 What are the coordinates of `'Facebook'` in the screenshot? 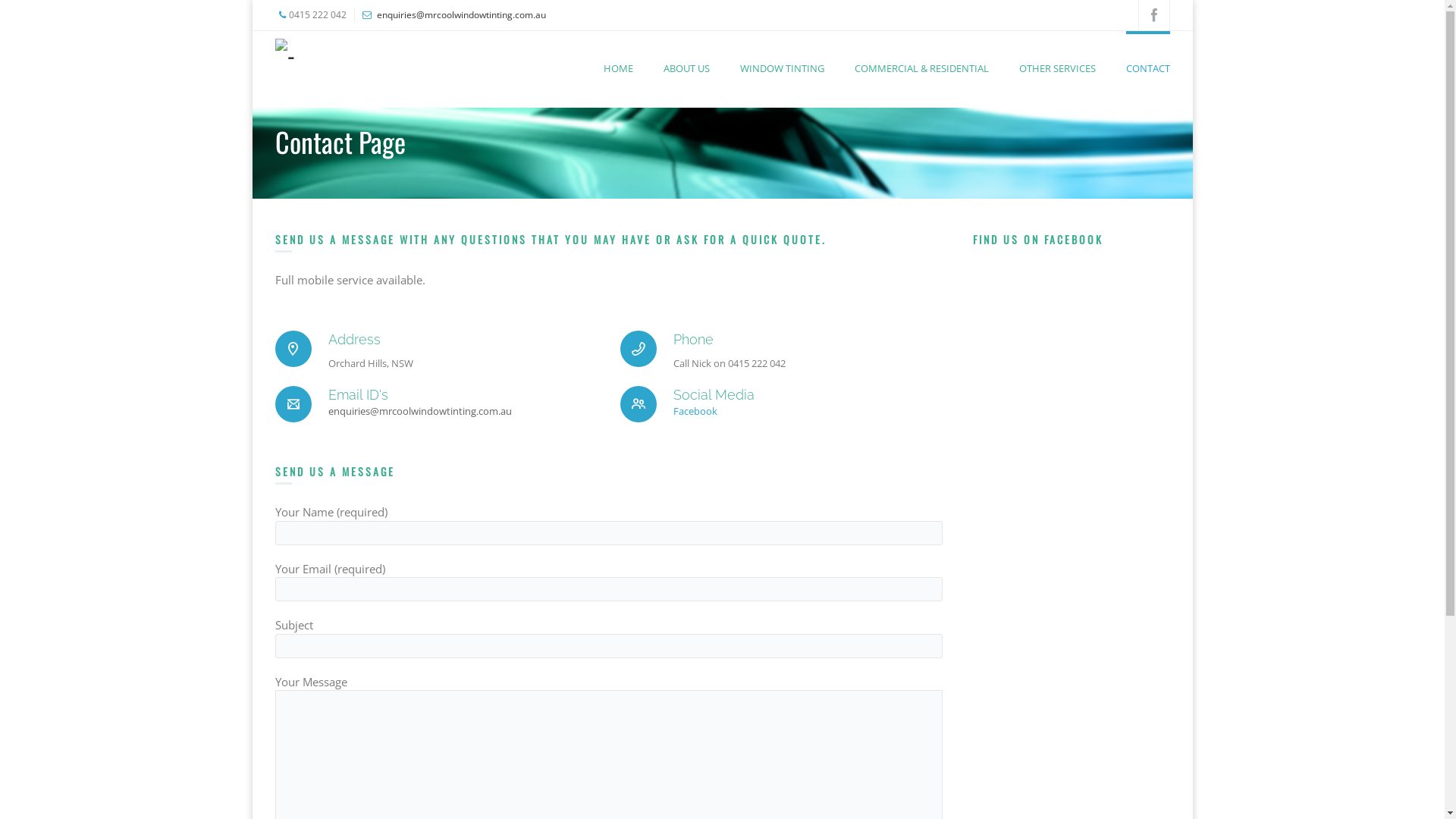 It's located at (694, 412).